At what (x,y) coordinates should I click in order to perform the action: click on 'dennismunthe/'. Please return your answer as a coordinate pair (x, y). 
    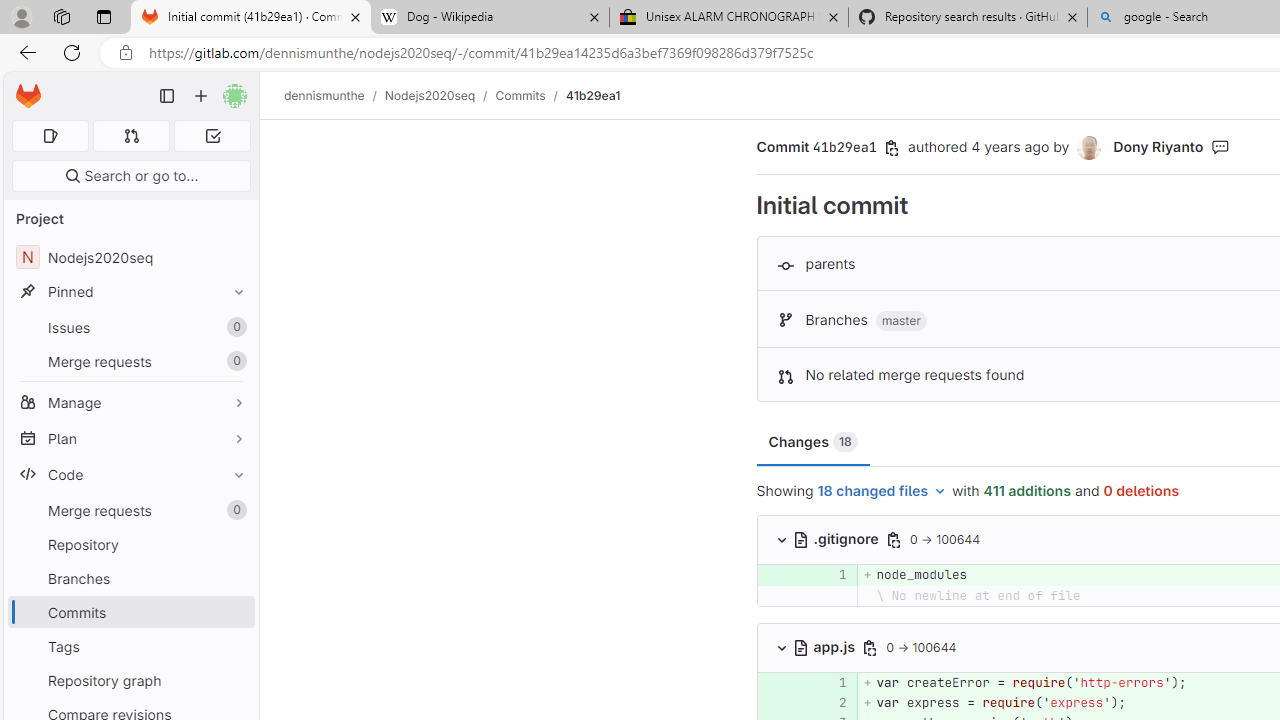
    Looking at the image, I should click on (334, 95).